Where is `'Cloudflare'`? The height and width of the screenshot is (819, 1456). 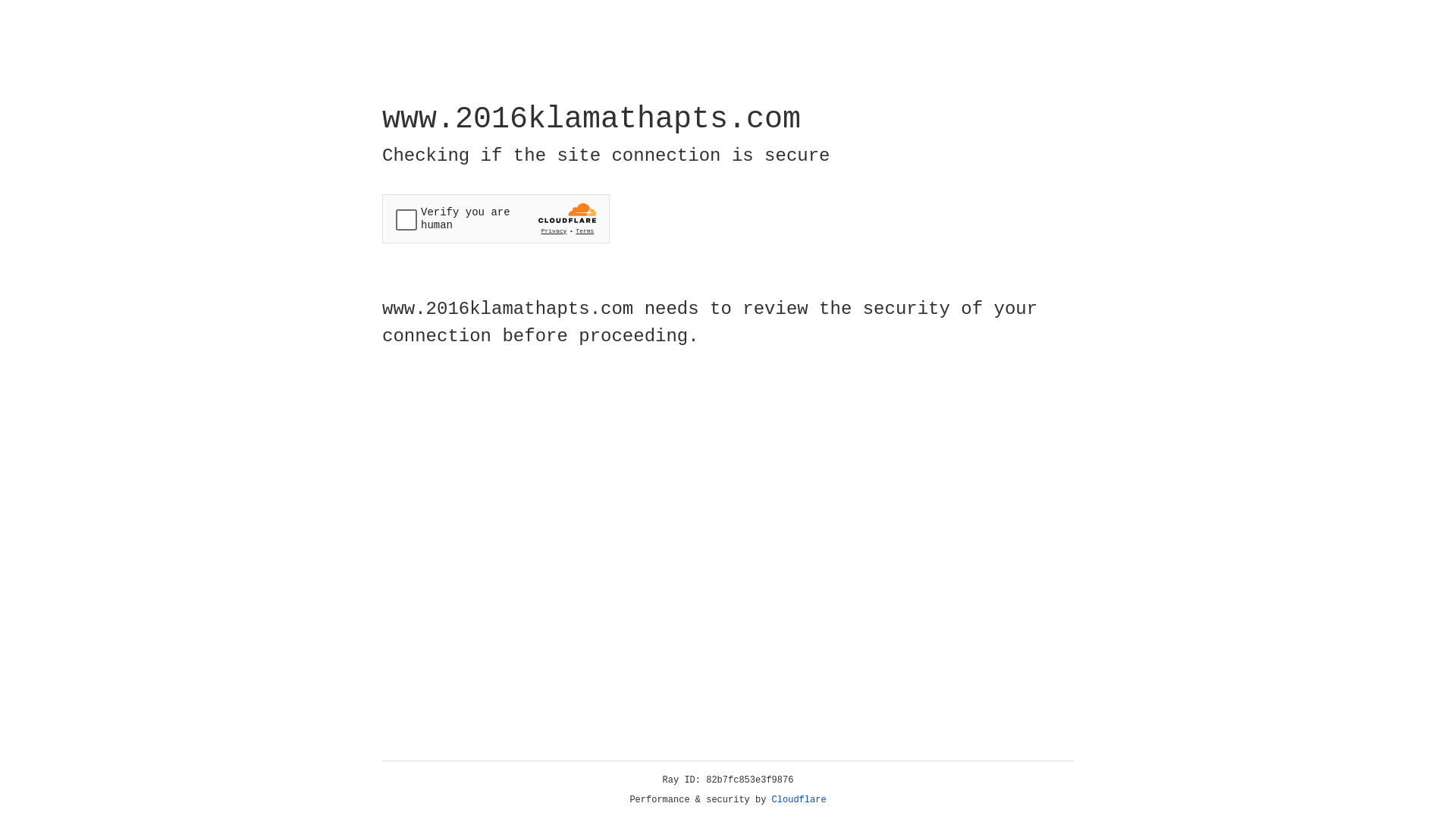
'Cloudflare' is located at coordinates (771, 799).